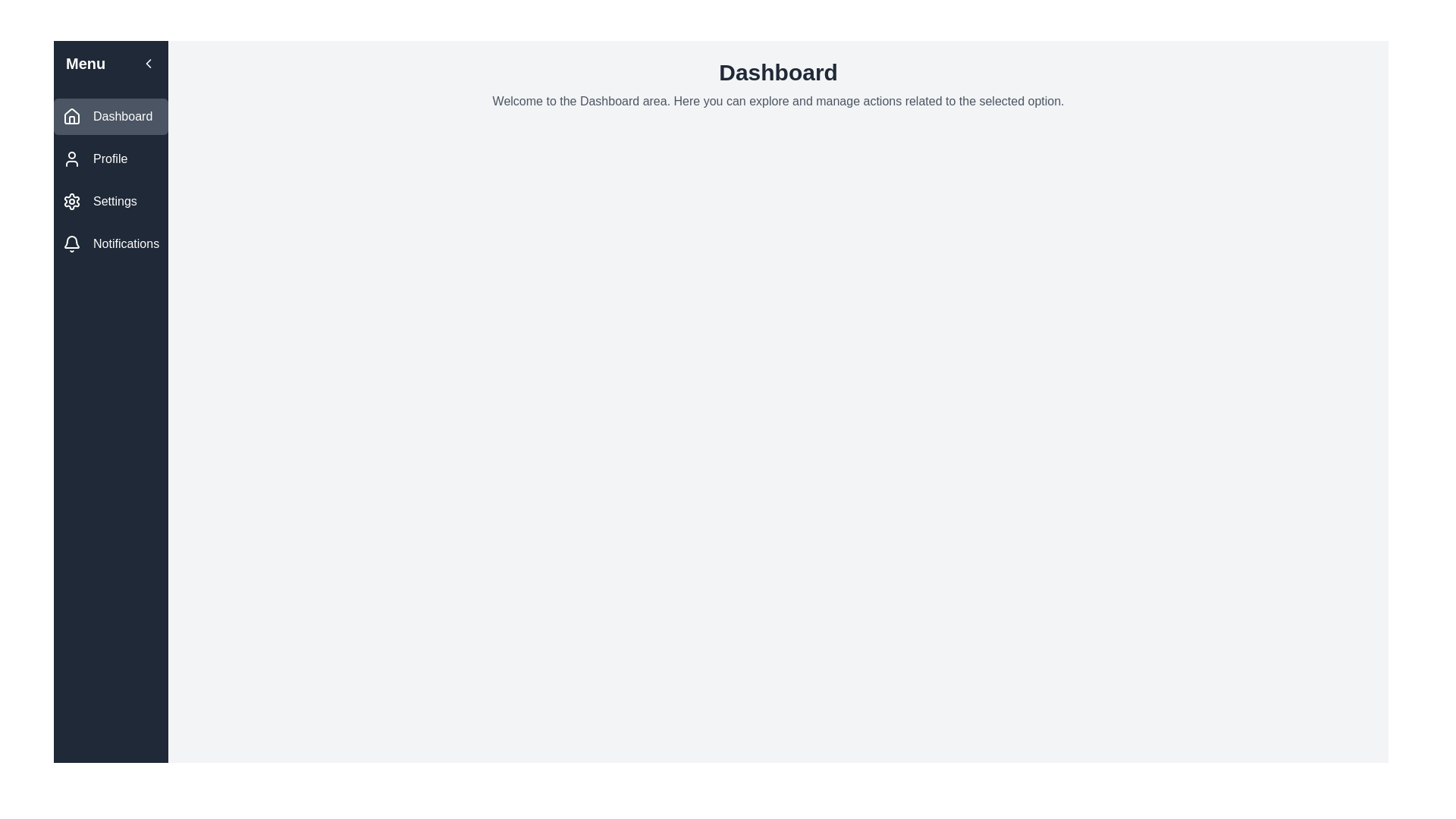 This screenshot has height=819, width=1456. Describe the element at coordinates (109, 158) in the screenshot. I see `the 'Profile' label in the navigation menu, which is the second item below 'Dashboard' and above 'Settings' and 'Notifications'` at that location.